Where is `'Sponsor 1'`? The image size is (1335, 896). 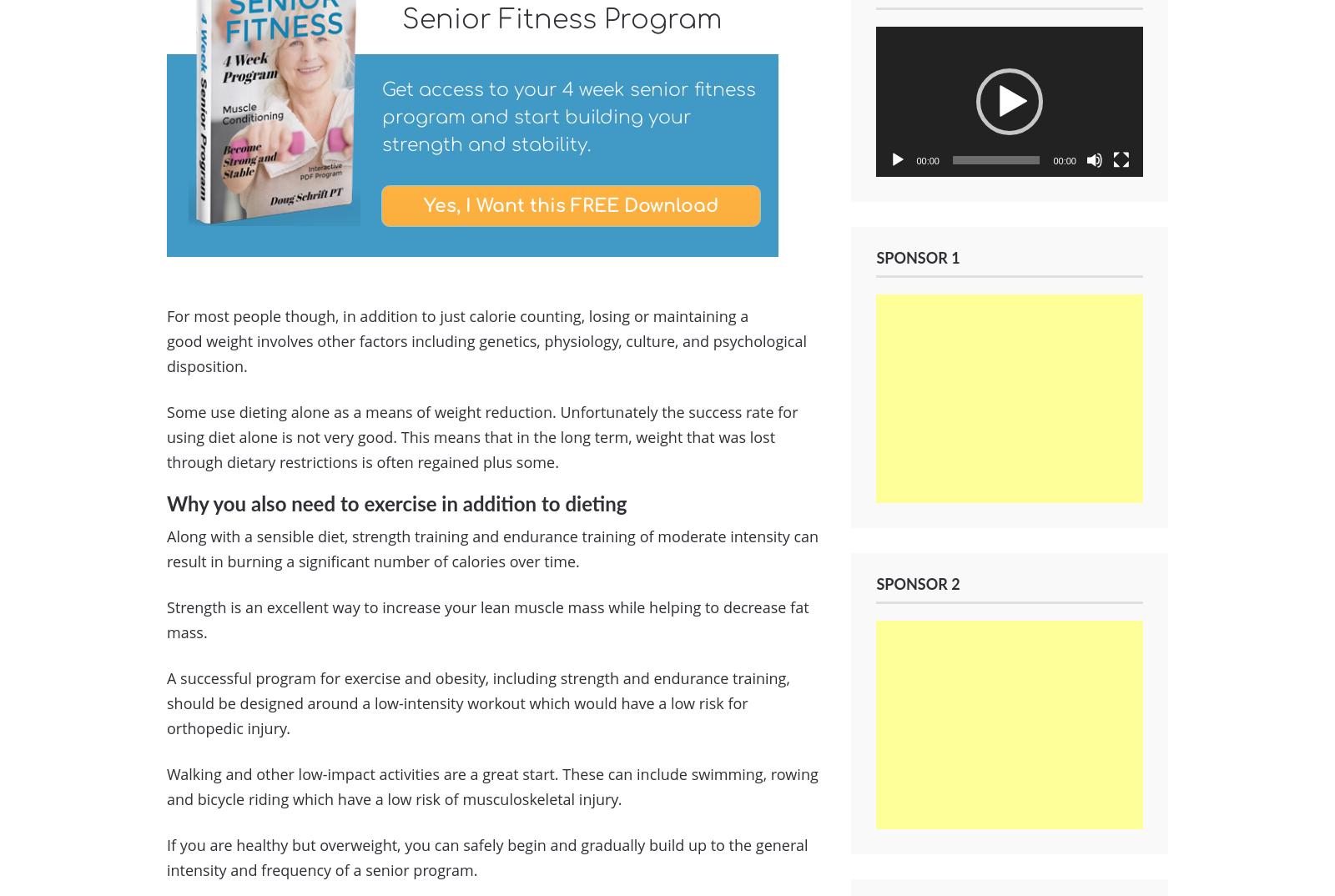
'Sponsor 1' is located at coordinates (918, 259).